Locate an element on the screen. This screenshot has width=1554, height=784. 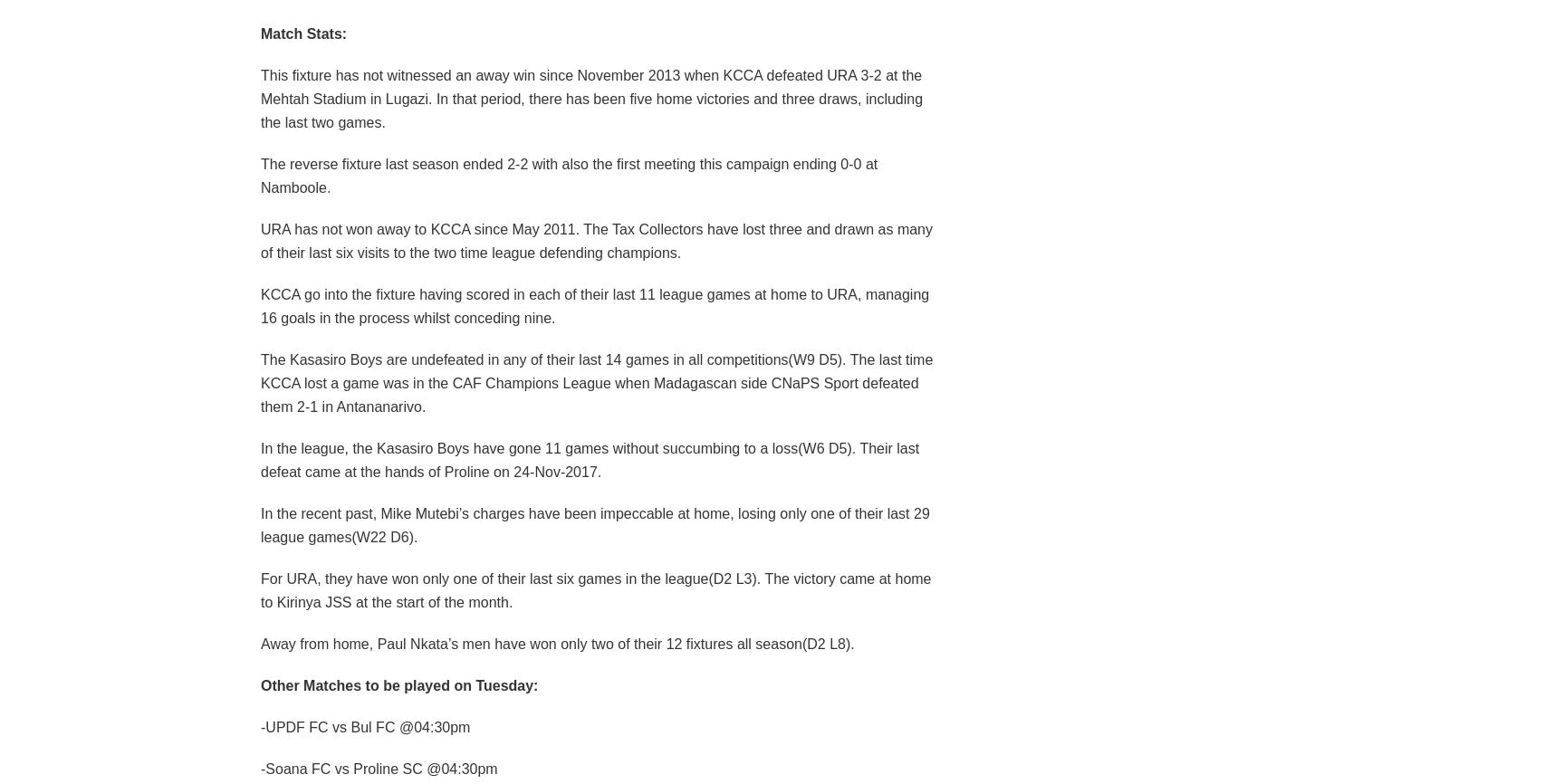
'-UPDF FC vs Bul FC @04:30pm' is located at coordinates (365, 725).